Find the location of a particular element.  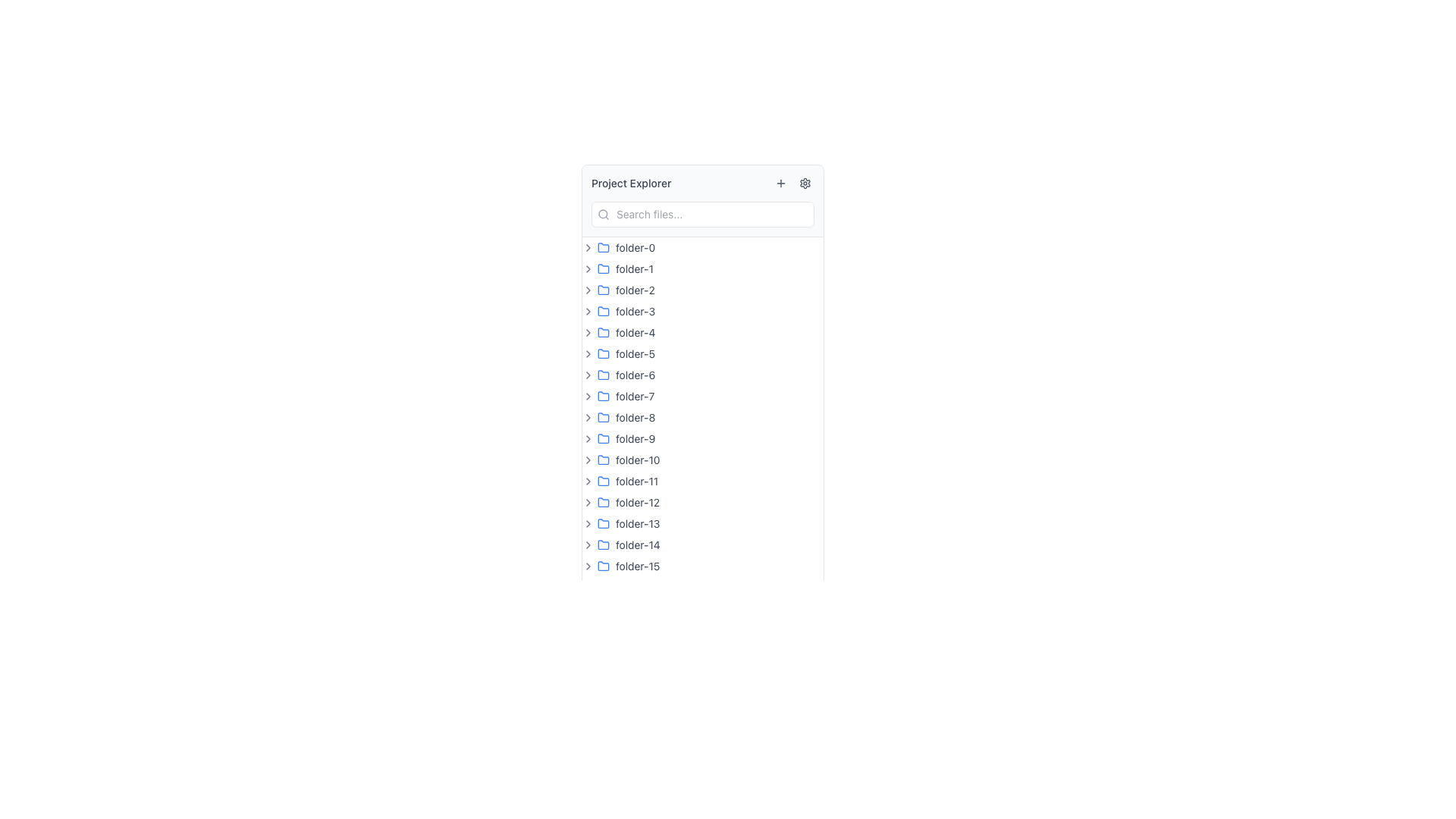

the folder icon element located in the 'Project Explorer' section, which visually represents the folder entity labeled 'folder-4' is located at coordinates (603, 331).